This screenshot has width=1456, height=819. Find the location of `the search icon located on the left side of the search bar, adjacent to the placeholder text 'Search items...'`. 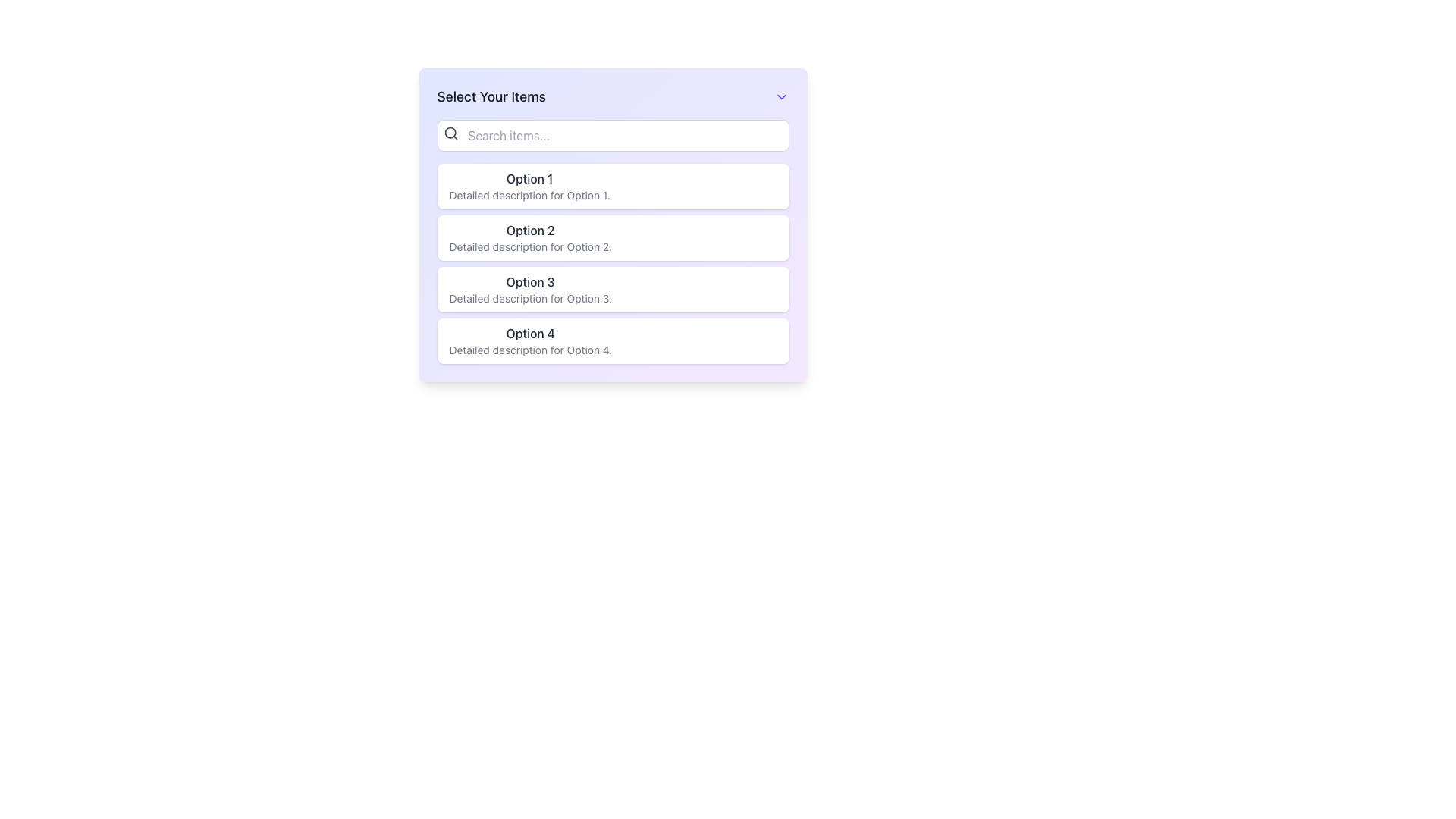

the search icon located on the left side of the search bar, adjacent to the placeholder text 'Search items...' is located at coordinates (450, 133).